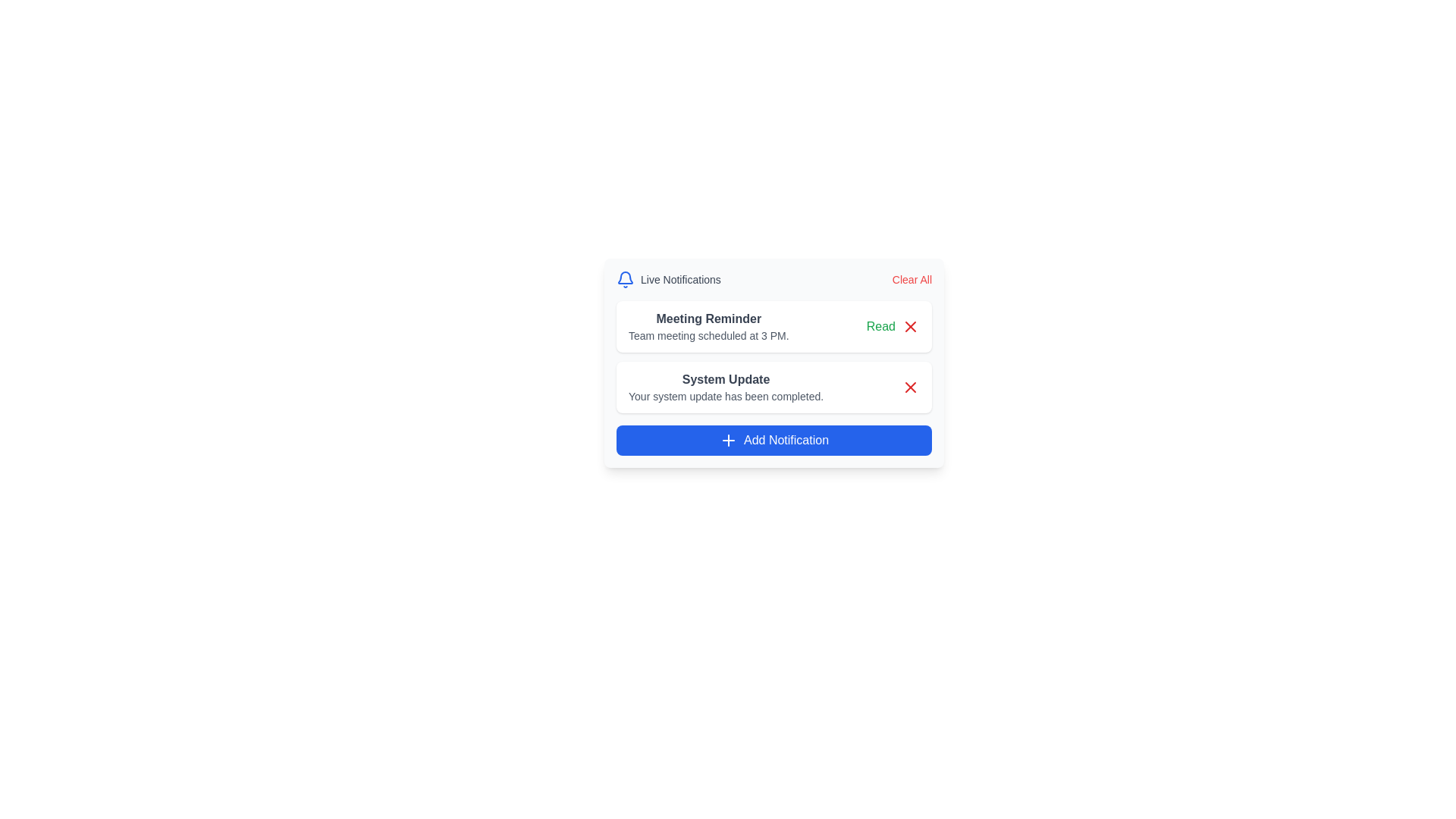 The image size is (1456, 819). Describe the element at coordinates (708, 335) in the screenshot. I see `the text label that displays 'Team meeting scheduled at 3 PM.' which is styled in gray and positioned below the 'Meeting Reminder' title within the notification card` at that location.